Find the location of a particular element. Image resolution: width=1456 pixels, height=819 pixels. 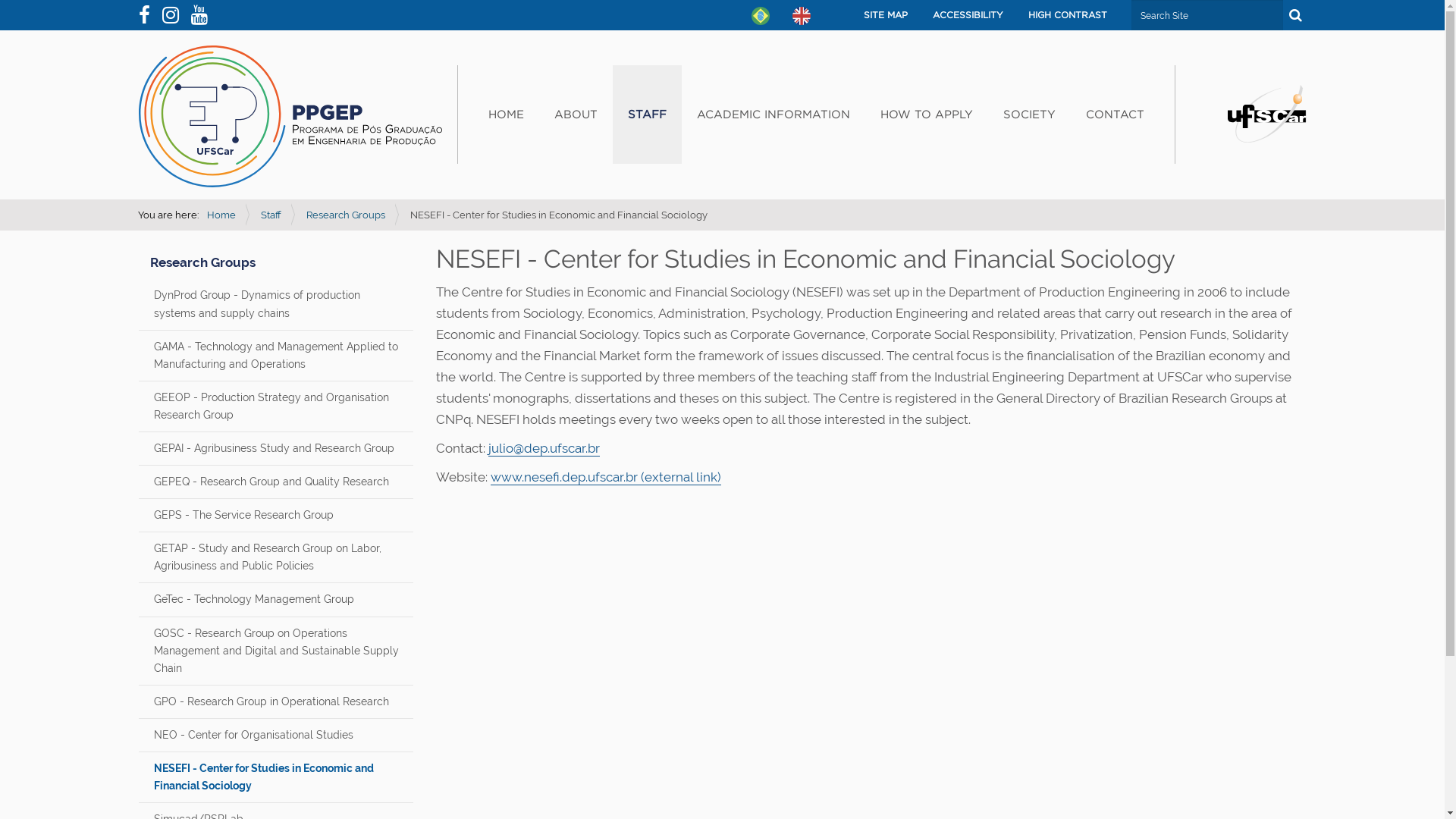

'NEO - Center for Organisational Studies' is located at coordinates (275, 733).